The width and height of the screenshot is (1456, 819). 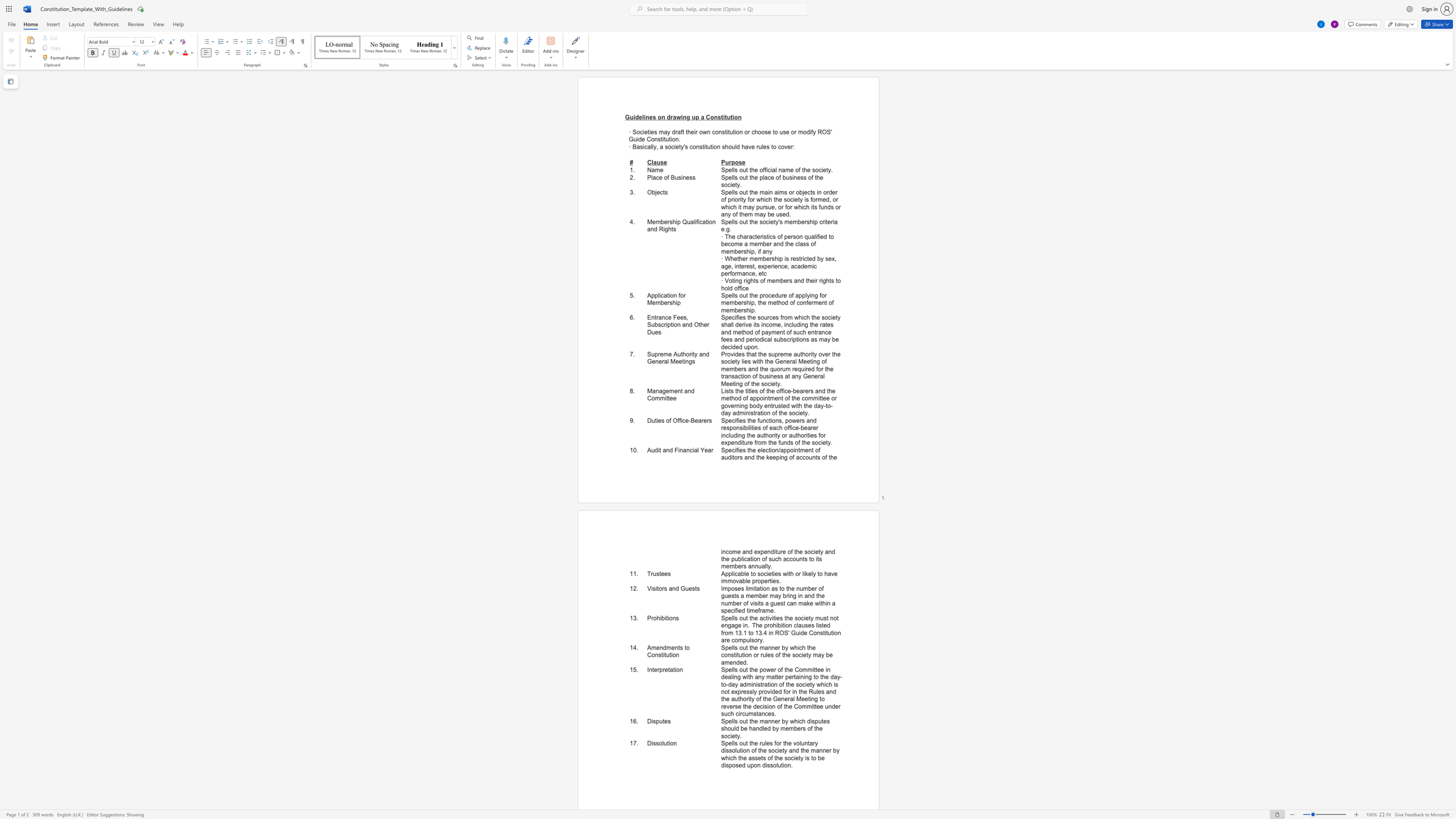 I want to click on the subset text "ns" within the text "Prohibitions", so click(x=672, y=617).